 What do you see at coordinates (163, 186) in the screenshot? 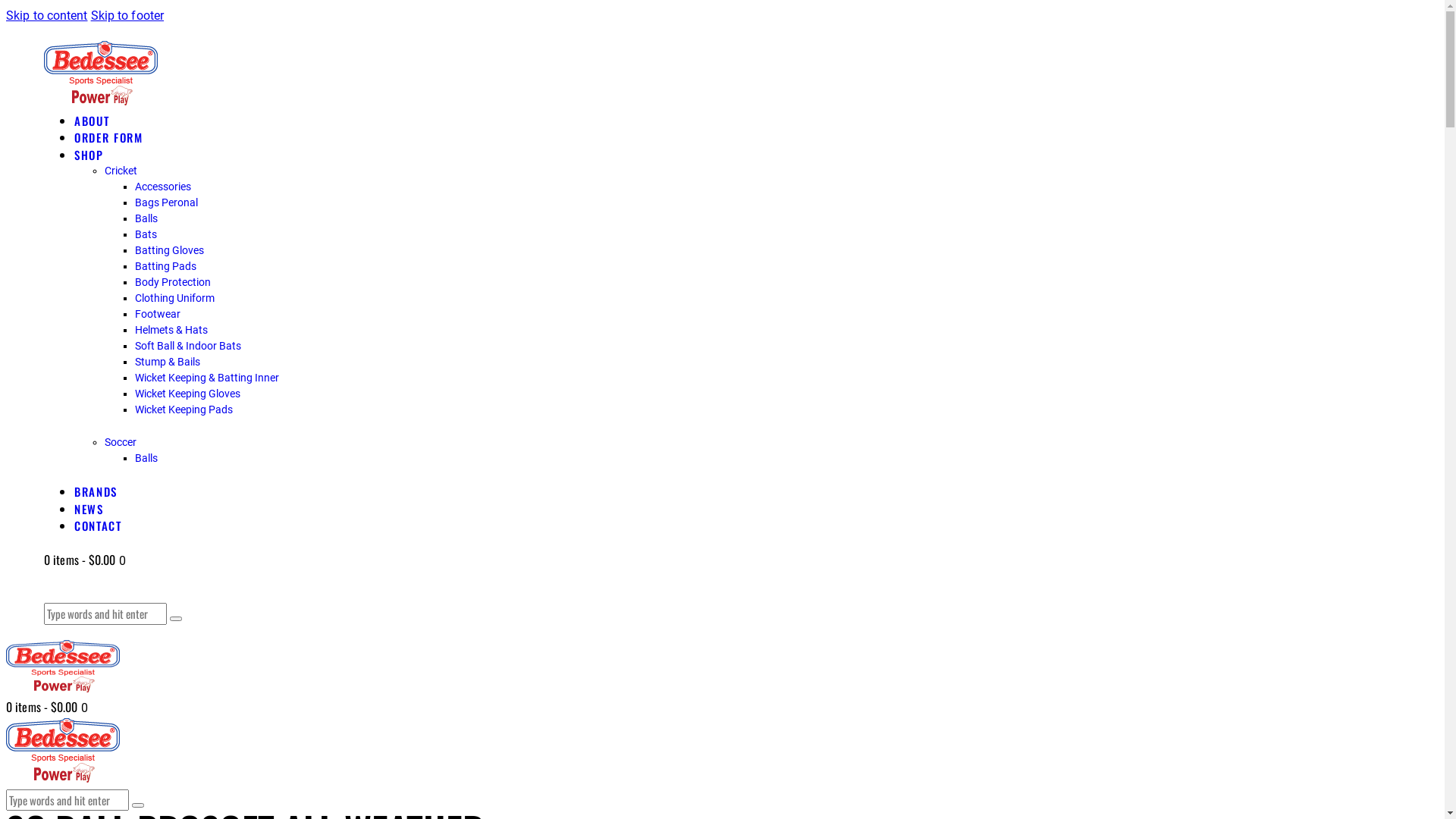
I see `'Accessories'` at bounding box center [163, 186].